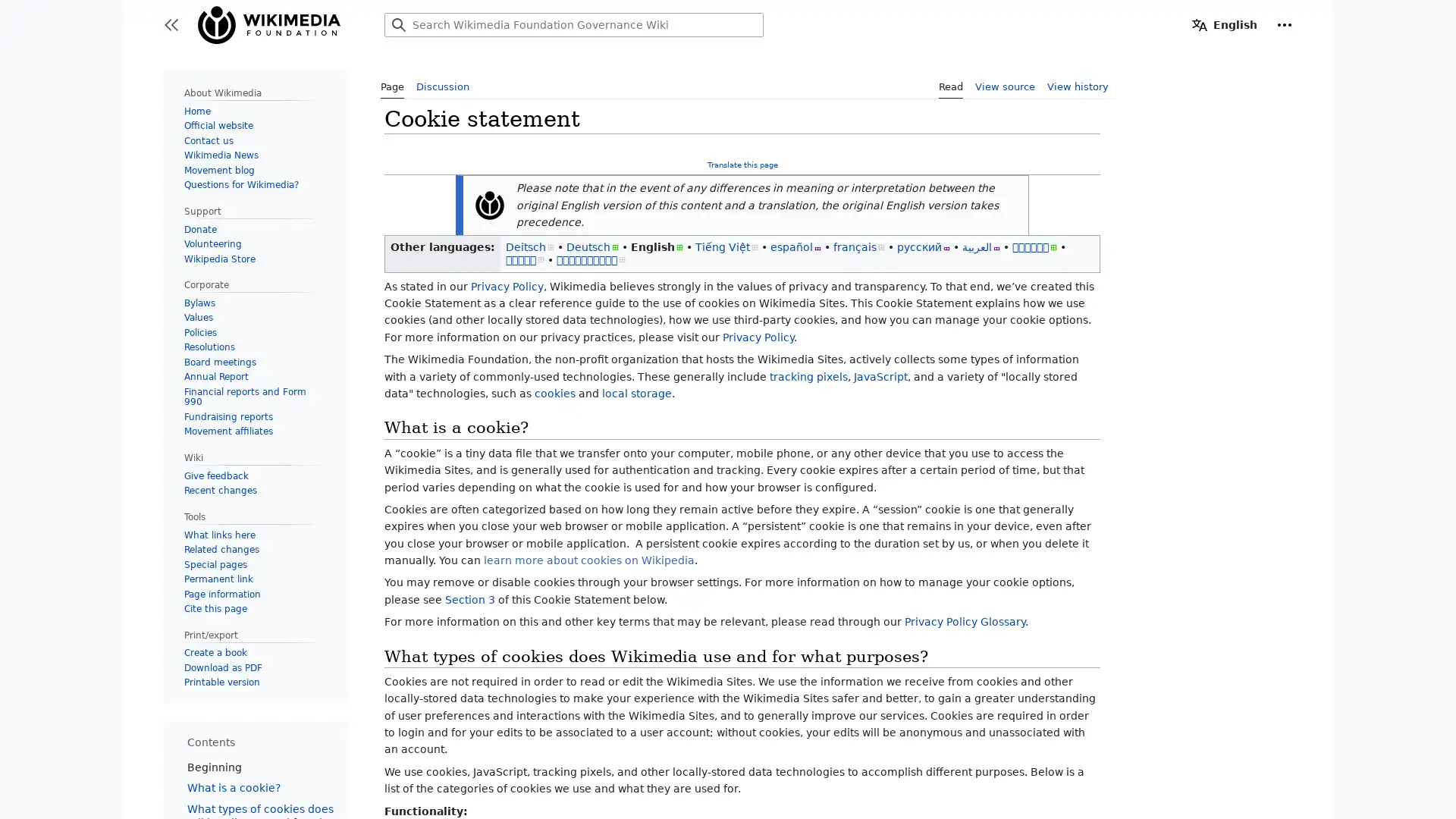  What do you see at coordinates (399, 25) in the screenshot?
I see `Go` at bounding box center [399, 25].